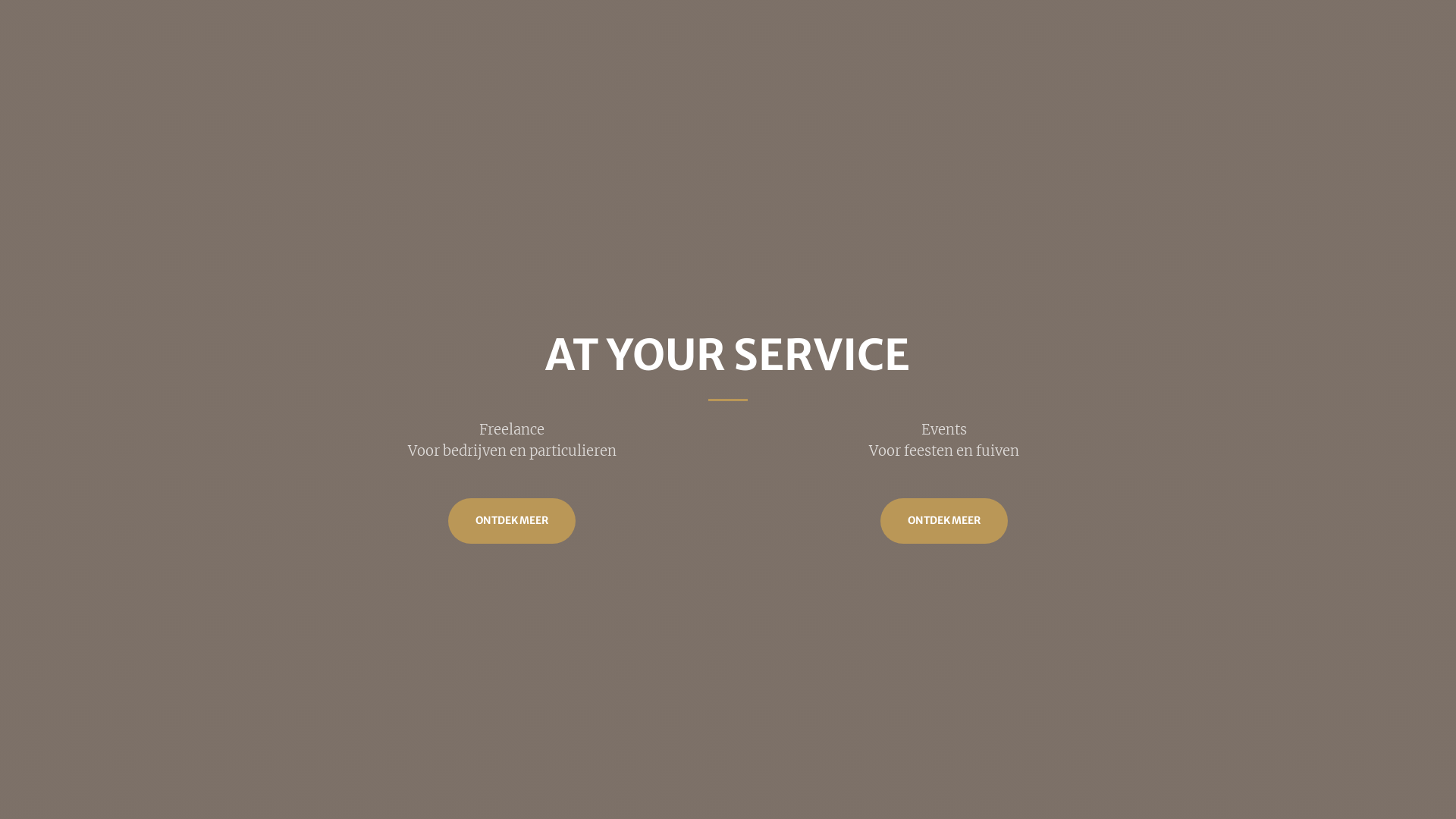  I want to click on 'ONTDEK MEER', so click(943, 519).